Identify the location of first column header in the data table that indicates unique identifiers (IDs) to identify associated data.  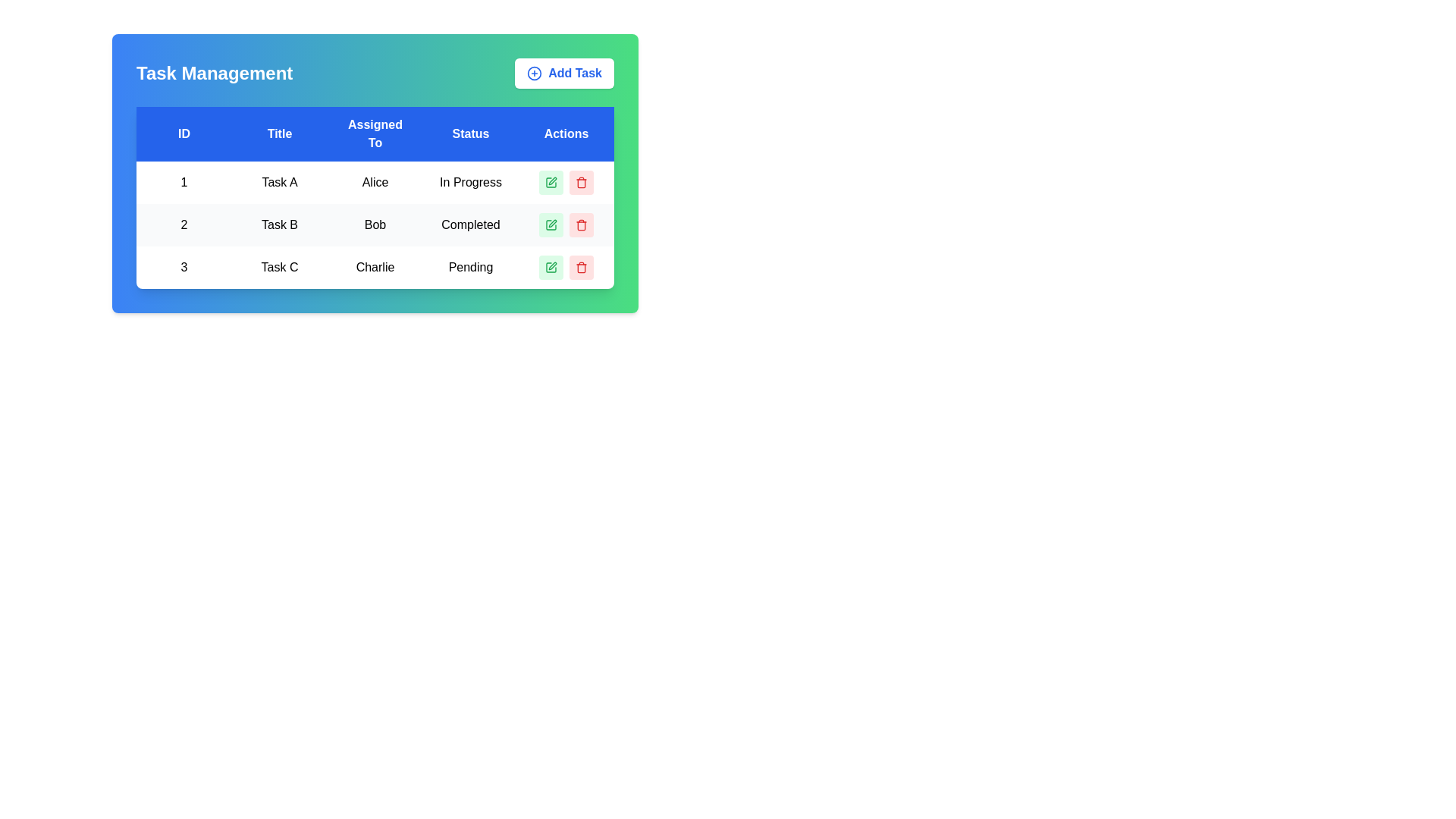
(184, 133).